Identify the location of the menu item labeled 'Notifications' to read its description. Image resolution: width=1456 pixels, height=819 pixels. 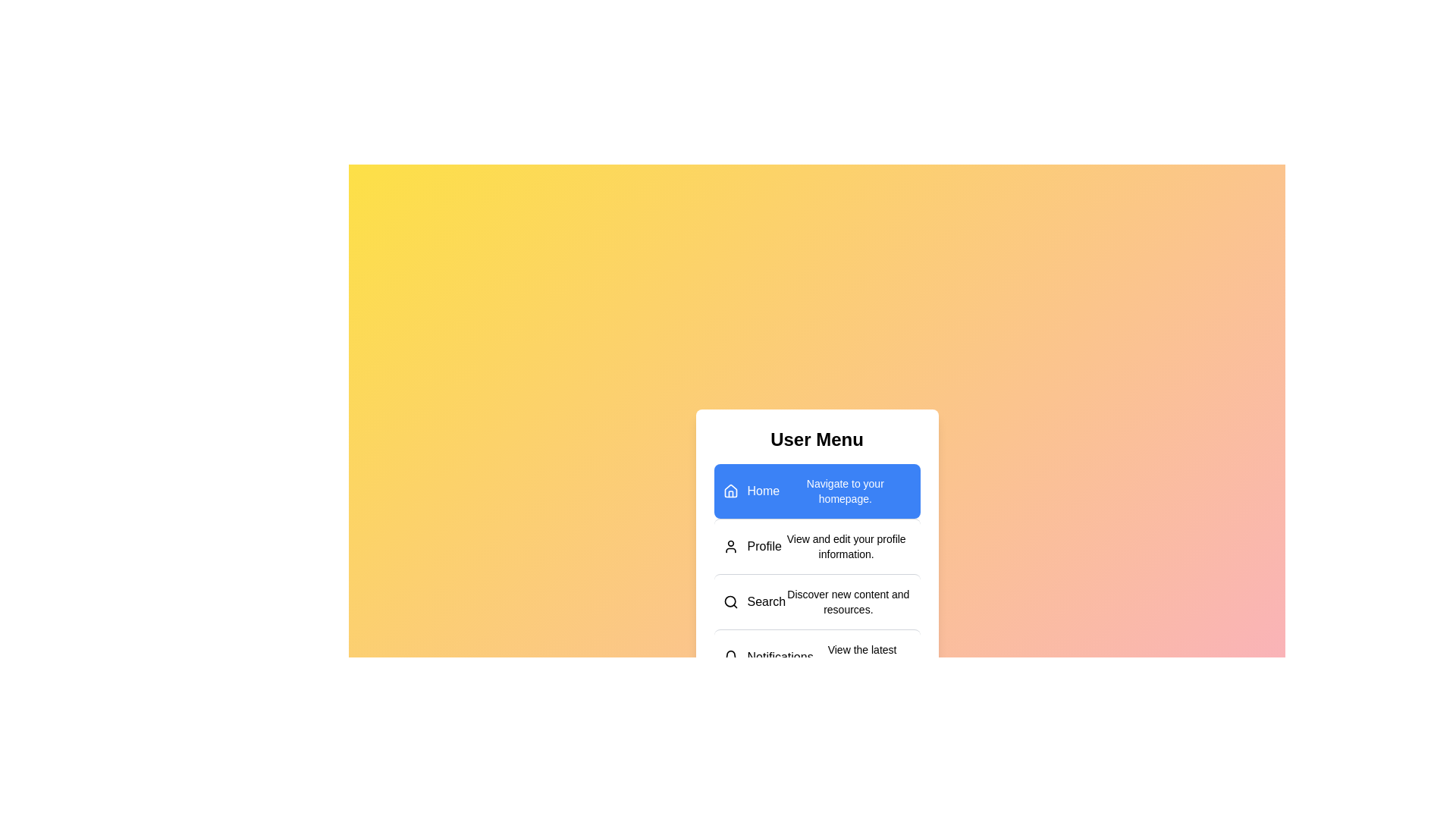
(816, 656).